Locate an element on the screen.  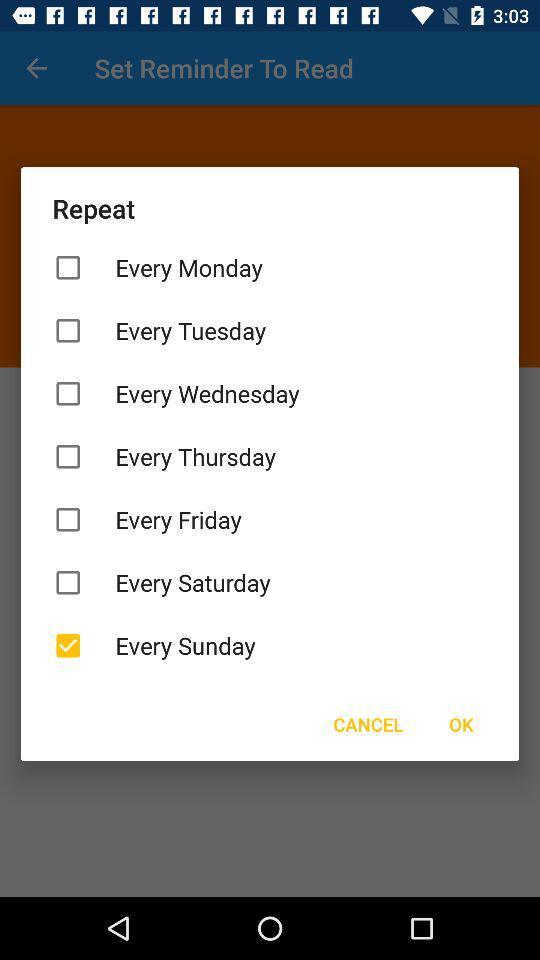
item below the every friday icon is located at coordinates (270, 582).